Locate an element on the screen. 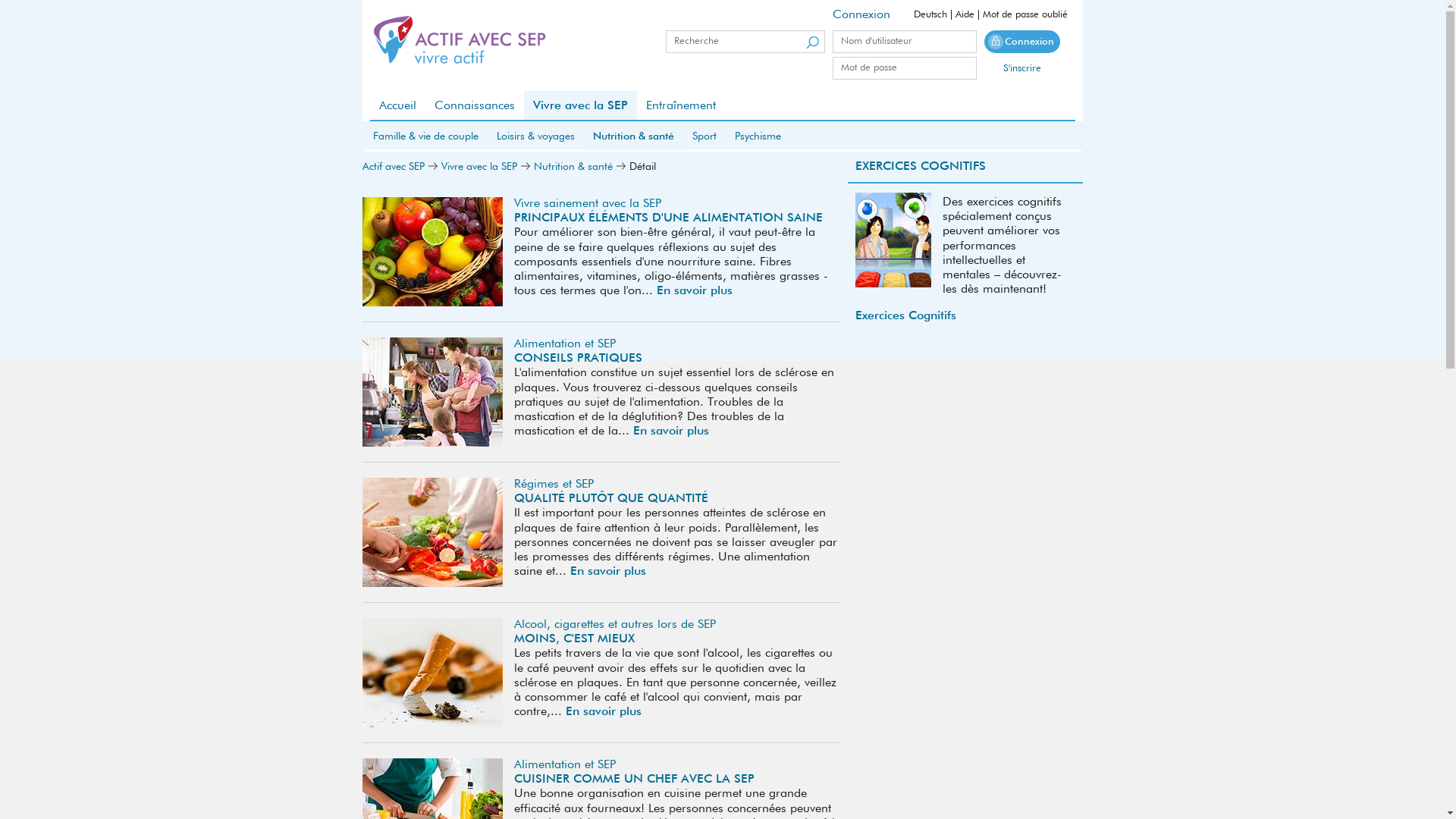  'S'inscrire' is located at coordinates (1022, 67).